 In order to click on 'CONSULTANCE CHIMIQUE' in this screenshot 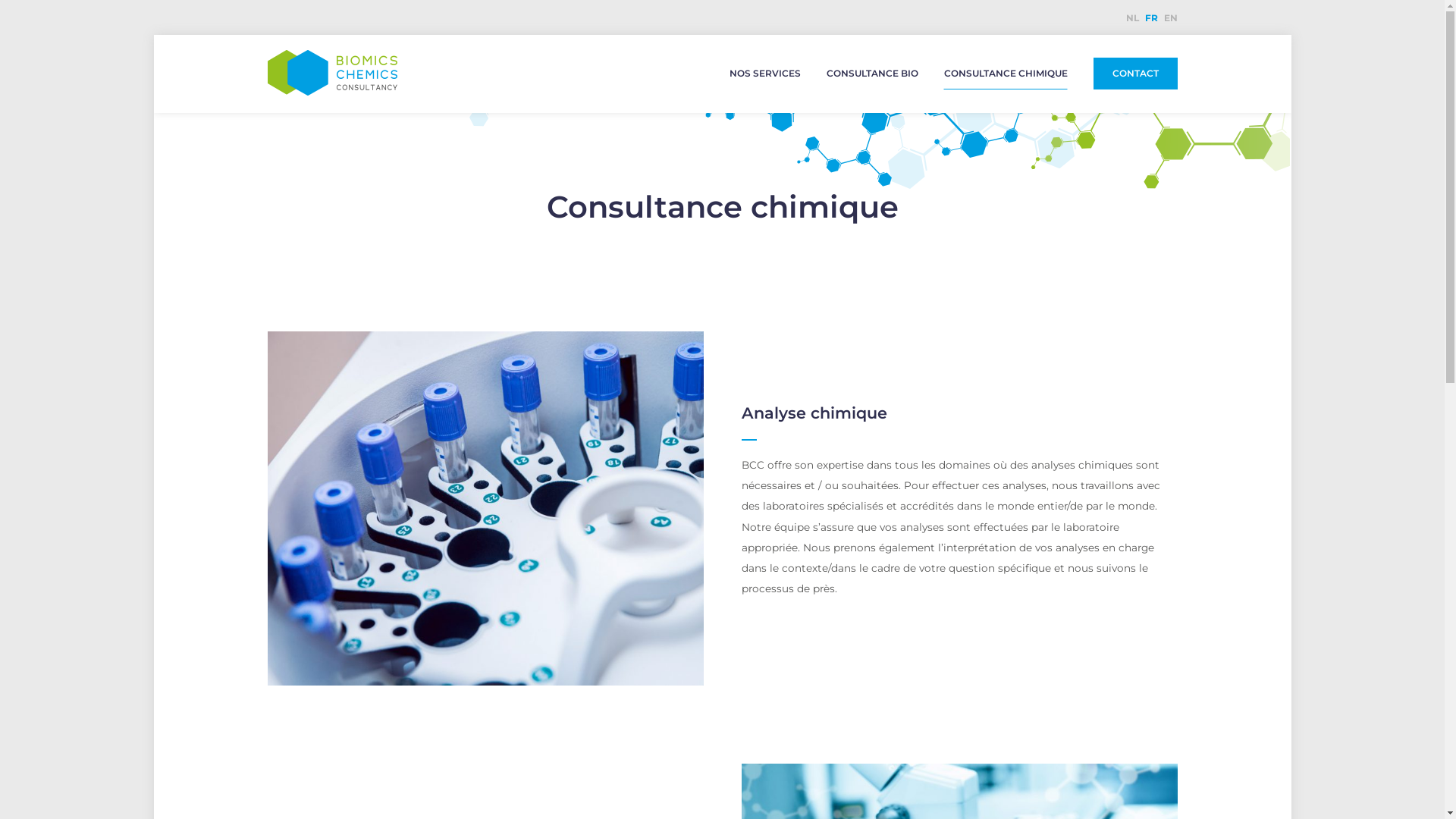, I will do `click(1005, 73)`.